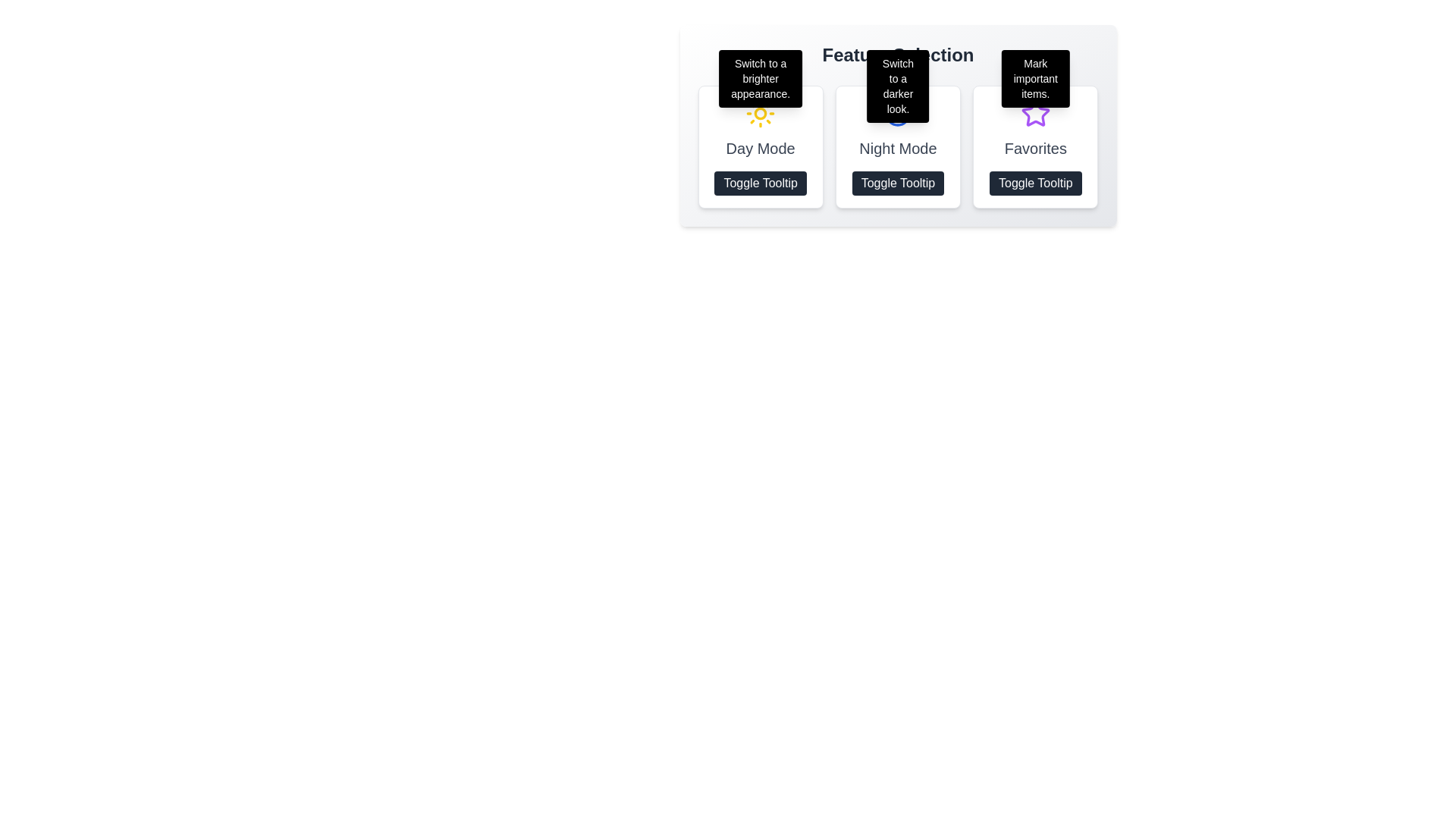 This screenshot has width=1456, height=819. Describe the element at coordinates (898, 146) in the screenshot. I see `the 'Night Mode' button, which is the second item in a horizontal grid and features a crescent moon icon on a white background` at that location.